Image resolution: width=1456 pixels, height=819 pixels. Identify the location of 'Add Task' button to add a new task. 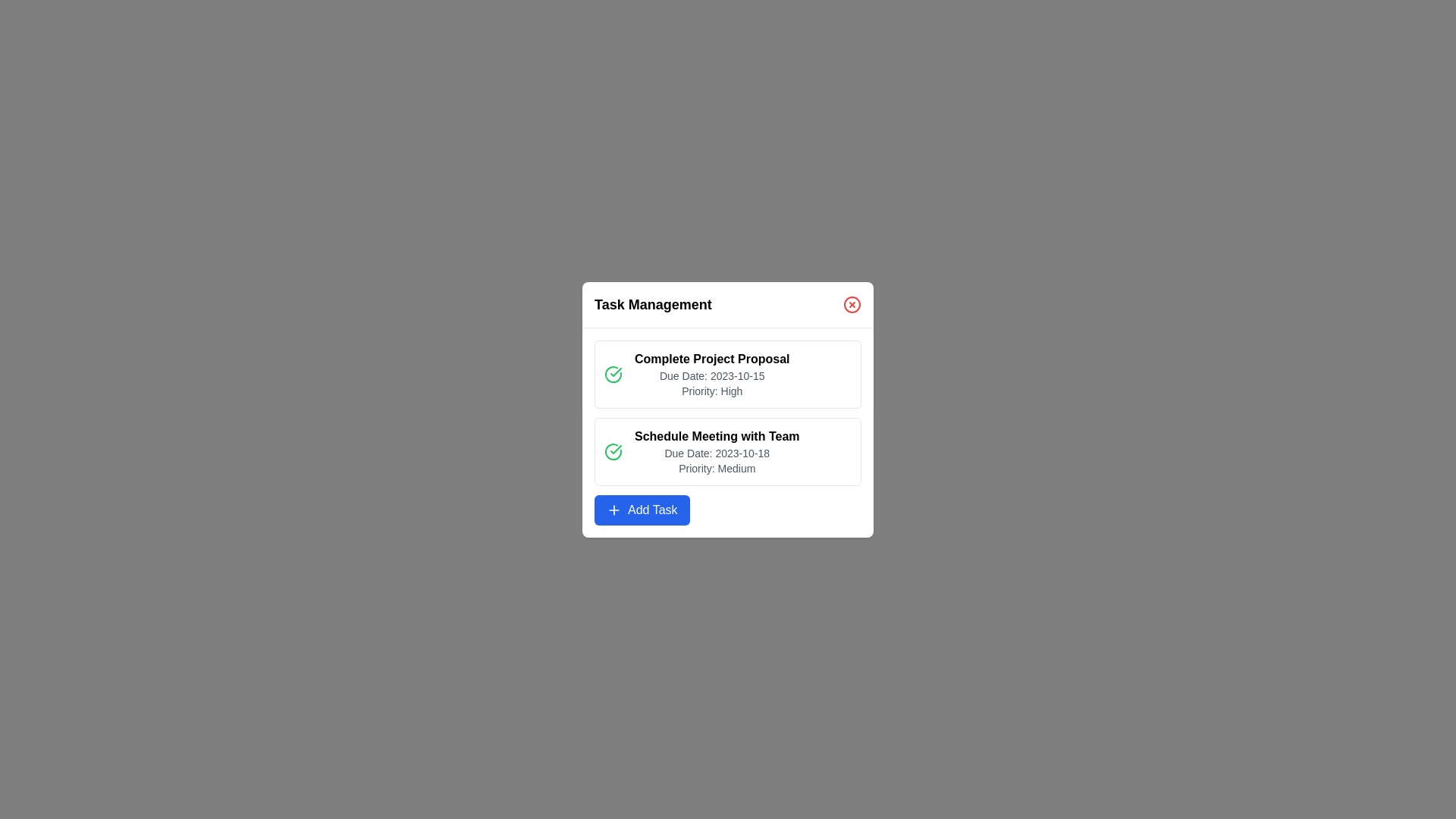
(642, 510).